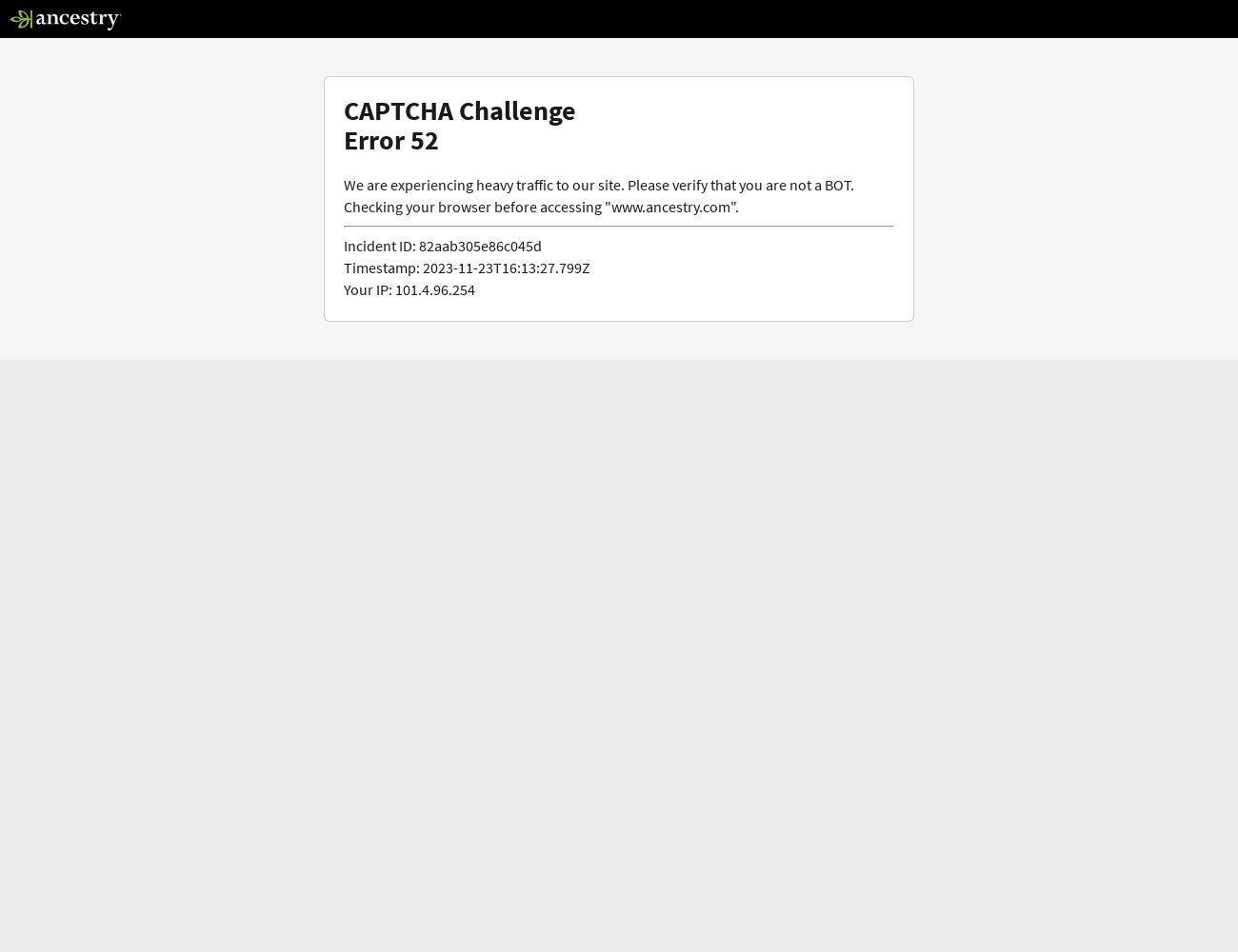 This screenshot has width=1238, height=952. Describe the element at coordinates (368, 289) in the screenshot. I see `'Your IP:'` at that location.